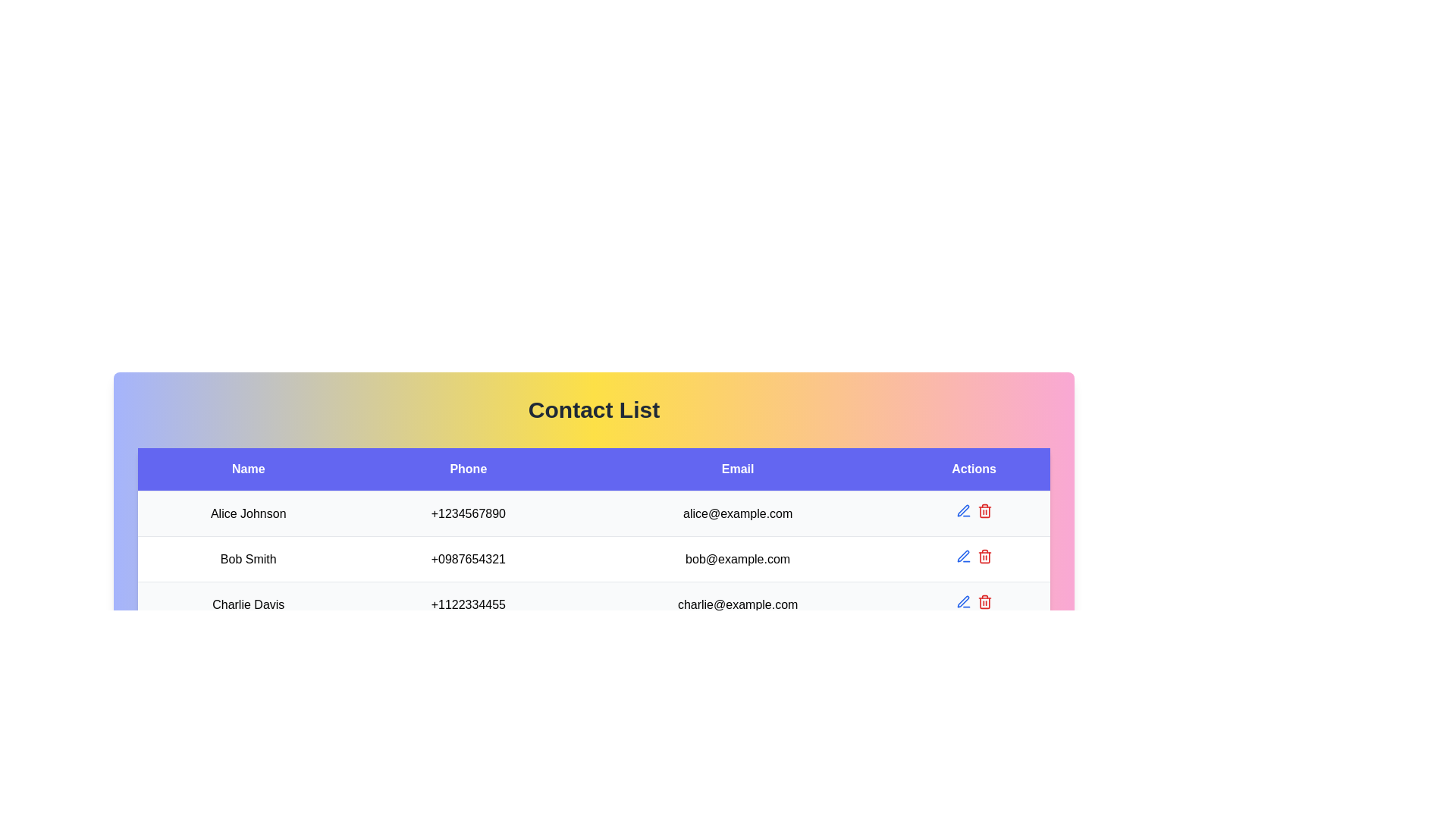 The image size is (1456, 819). Describe the element at coordinates (593, 559) in the screenshot. I see `contact information displayed in the second row of the table, which includes 'Bob Smith', '+0987654321', and 'bob@example.com'` at that location.